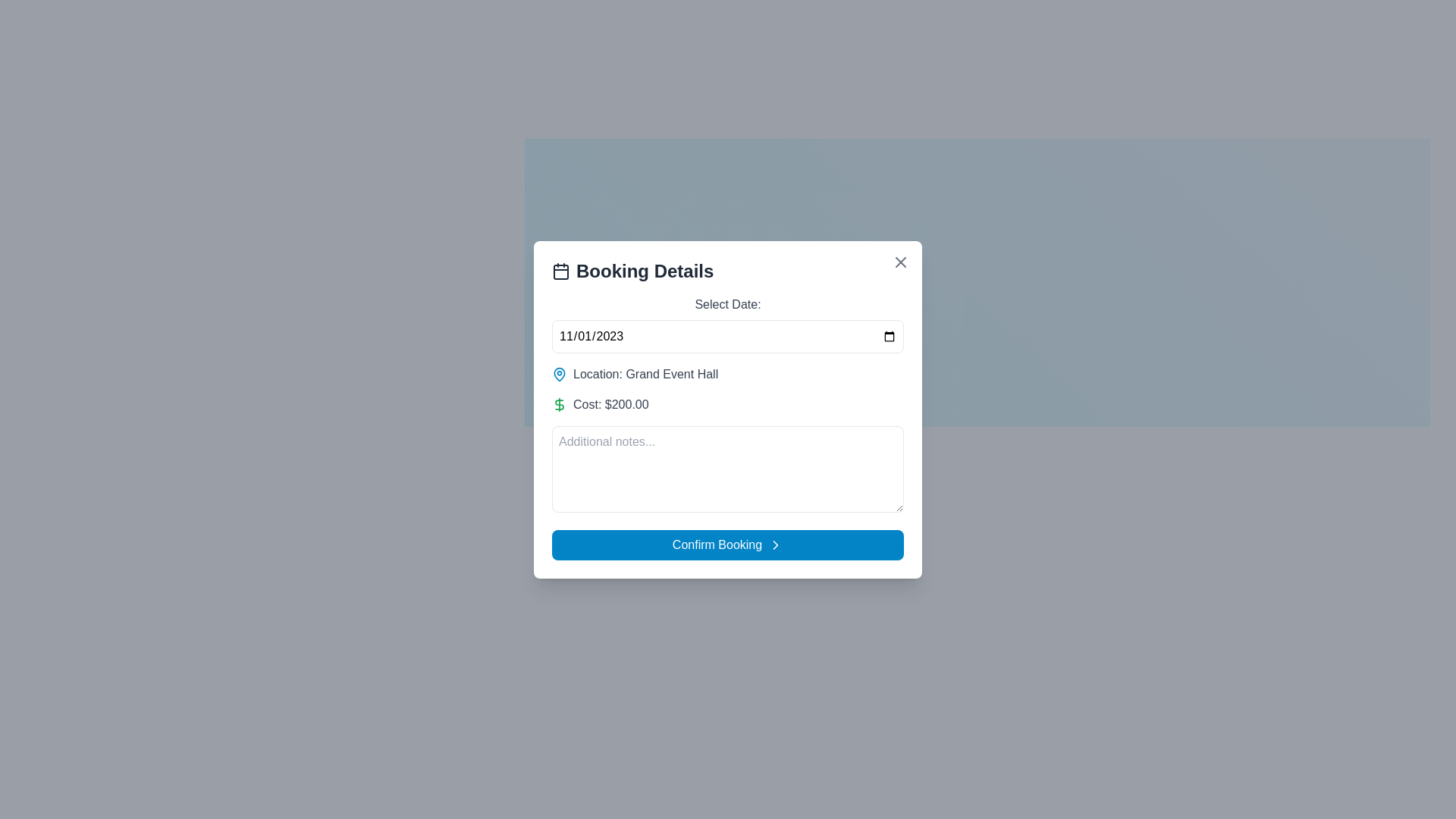 The width and height of the screenshot is (1456, 819). Describe the element at coordinates (728, 374) in the screenshot. I see `the Information display element indicating 'Grand Event Hall' located in the 'Booking Details' panel, which is positioned below the 'Select Date' section and above the 'Cost' information` at that location.